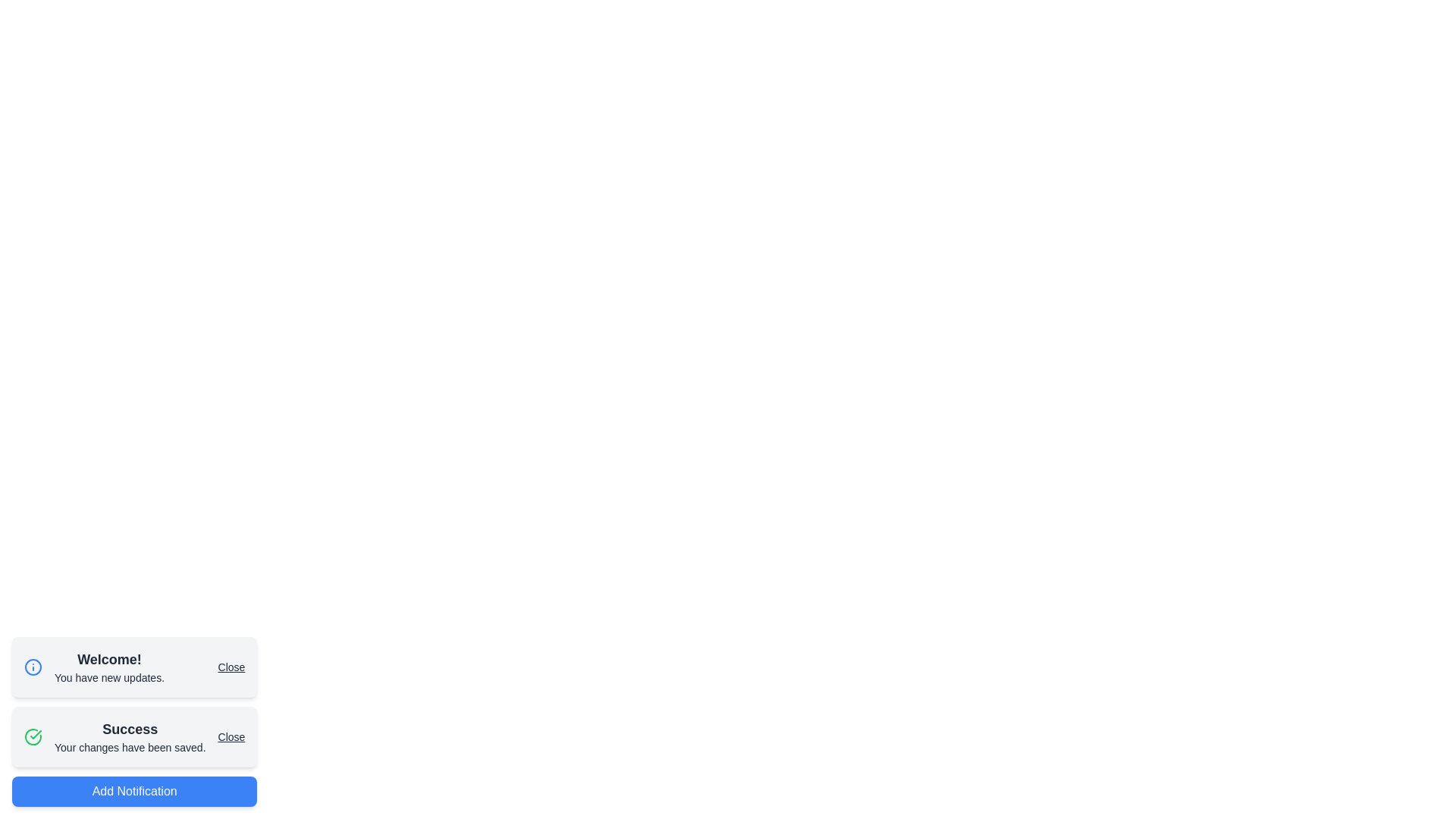  I want to click on bold and large-sized text label that says 'Welcome!' located in the upper section of a notification card, above the smaller text 'You have new updates.', so click(108, 659).